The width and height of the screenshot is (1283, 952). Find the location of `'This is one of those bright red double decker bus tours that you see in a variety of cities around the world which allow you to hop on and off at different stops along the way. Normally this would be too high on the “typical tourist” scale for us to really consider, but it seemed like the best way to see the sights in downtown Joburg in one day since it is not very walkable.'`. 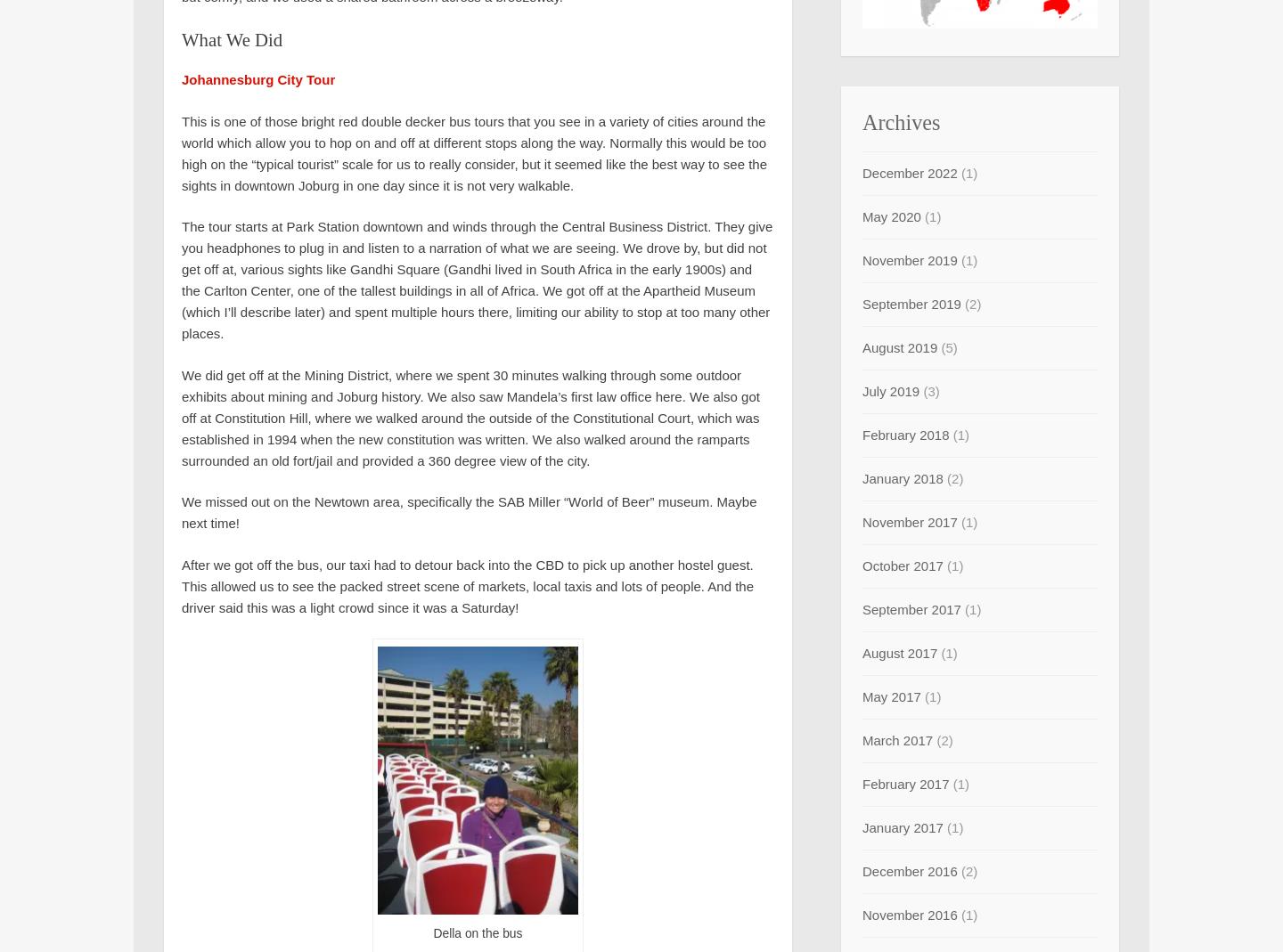

'This is one of those bright red double decker bus tours that you see in a variety of cities around the world which allow you to hop on and off at different stops along the way. Normally this would be too high on the “typical tourist” scale for us to really consider, but it seemed like the best way to see the sights in downtown Joburg in one day since it is not very walkable.' is located at coordinates (473, 152).